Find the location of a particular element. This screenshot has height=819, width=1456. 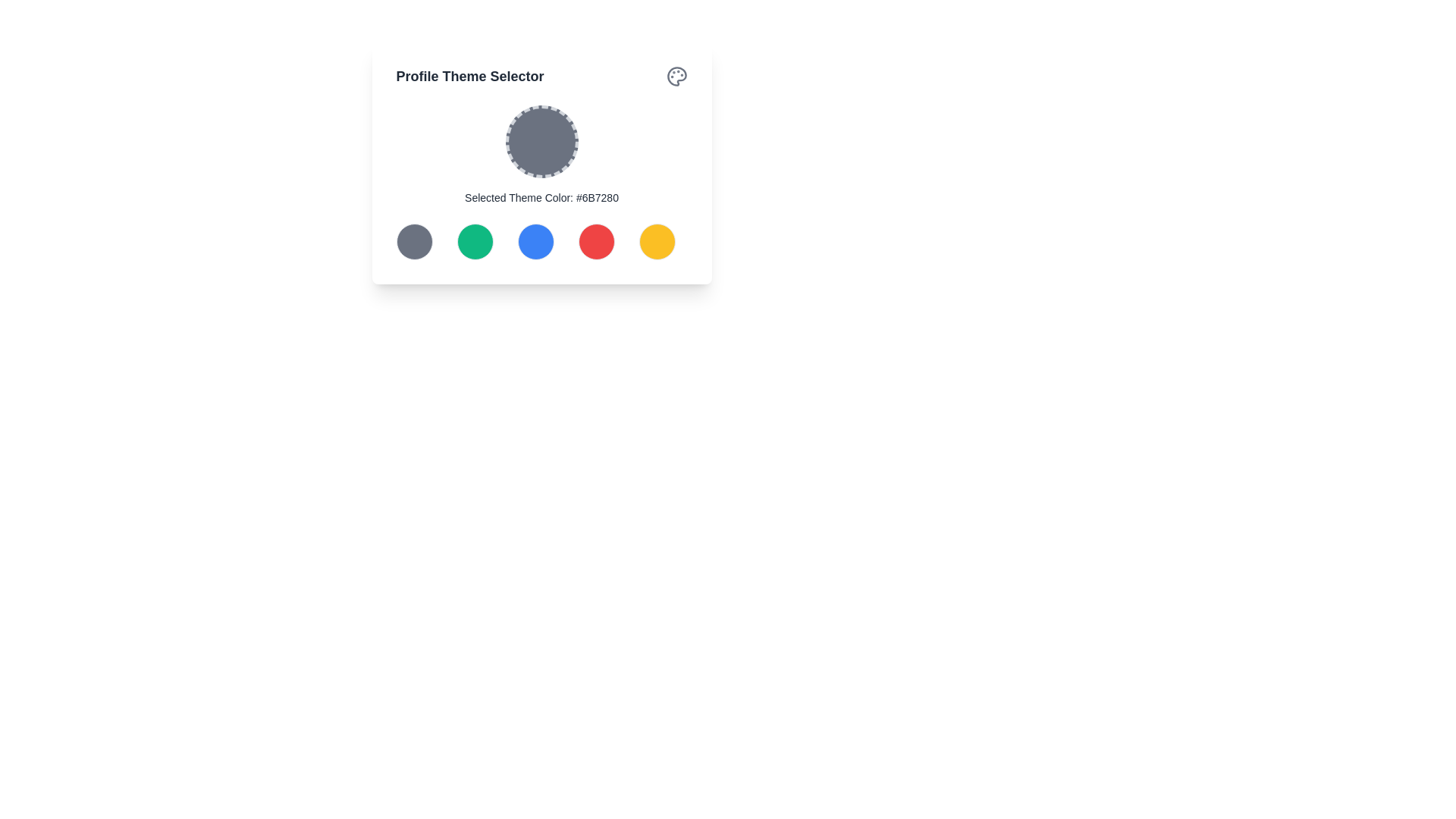

the gray painter's palette icon located in the top-right corner of the interface's card component, next to the heading 'Profile Theme Selector' is located at coordinates (676, 76).